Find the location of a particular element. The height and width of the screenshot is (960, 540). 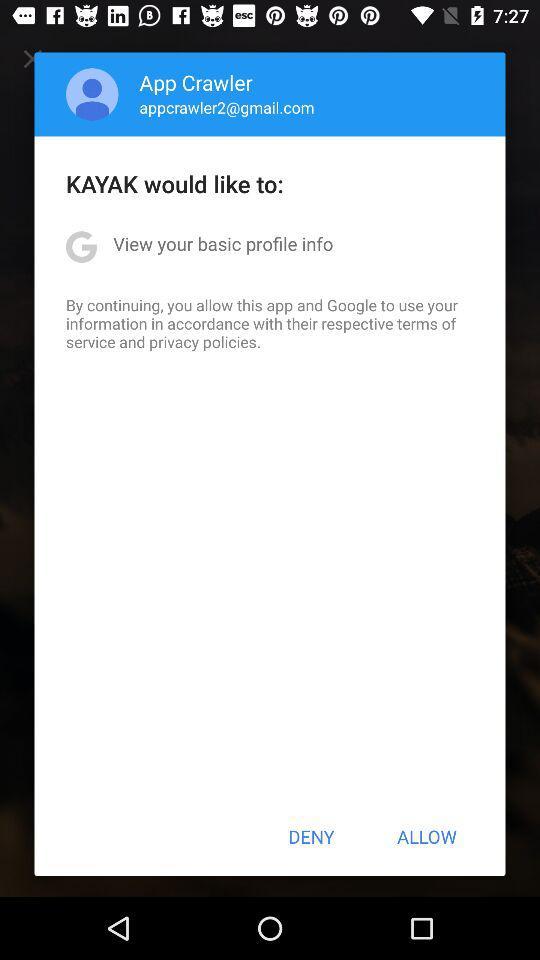

view your basic app is located at coordinates (222, 242).